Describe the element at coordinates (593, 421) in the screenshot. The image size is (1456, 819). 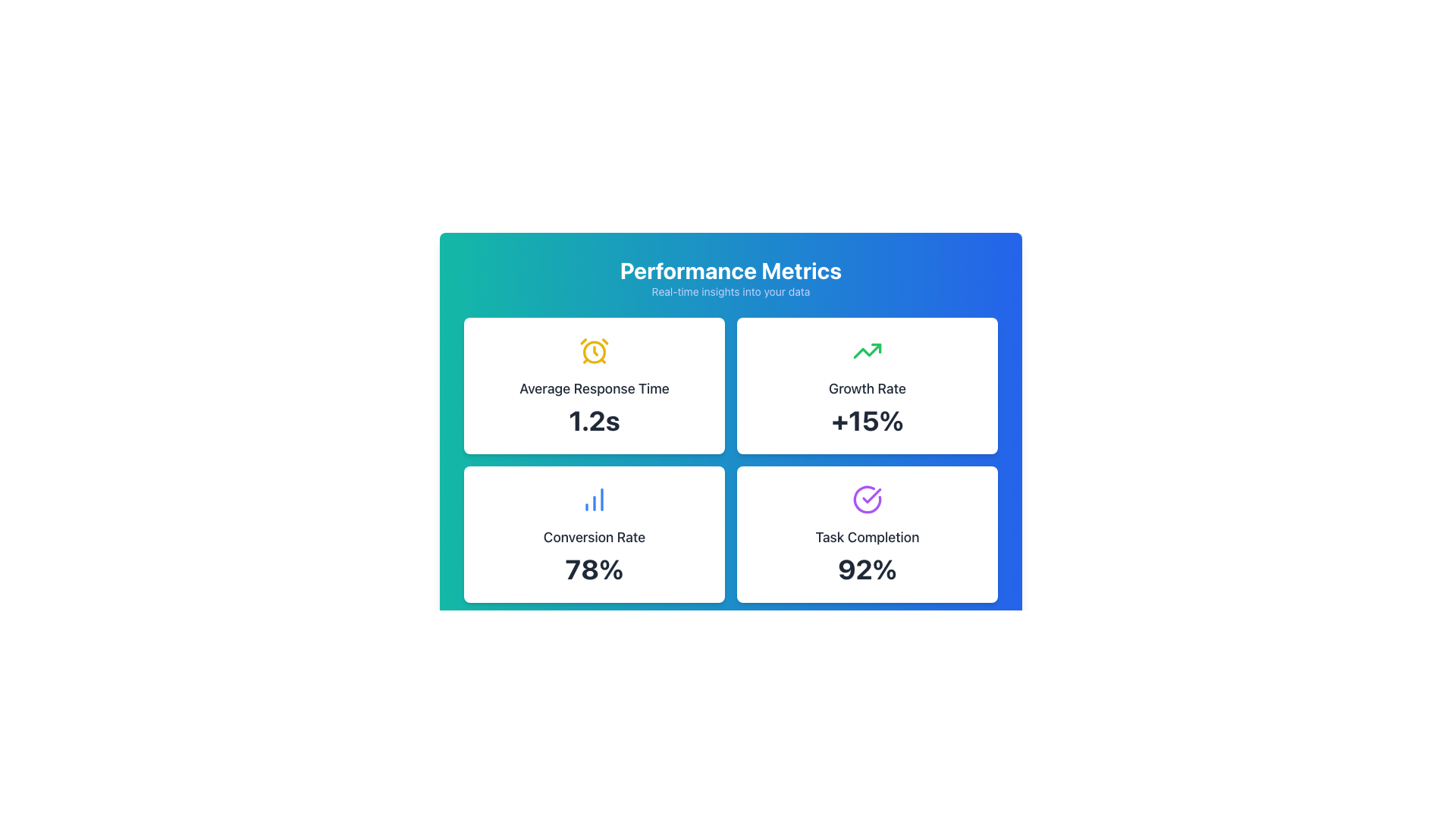
I see `bold text element displaying '1.2s' which is centrally located in the top-left card of the 2x2 card grid under 'Performance Metrics'` at that location.